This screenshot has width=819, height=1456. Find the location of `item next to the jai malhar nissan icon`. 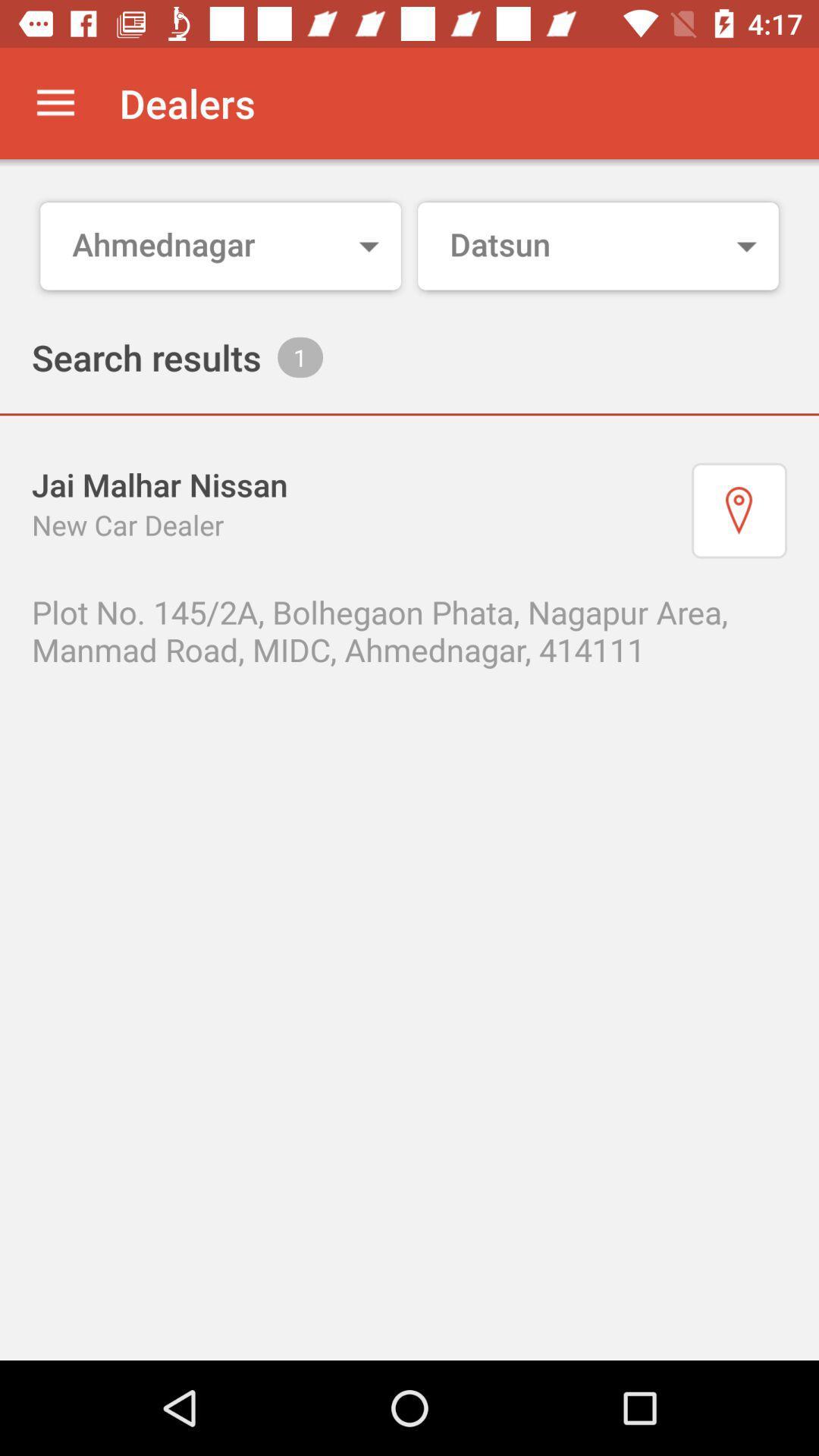

item next to the jai malhar nissan icon is located at coordinates (739, 510).